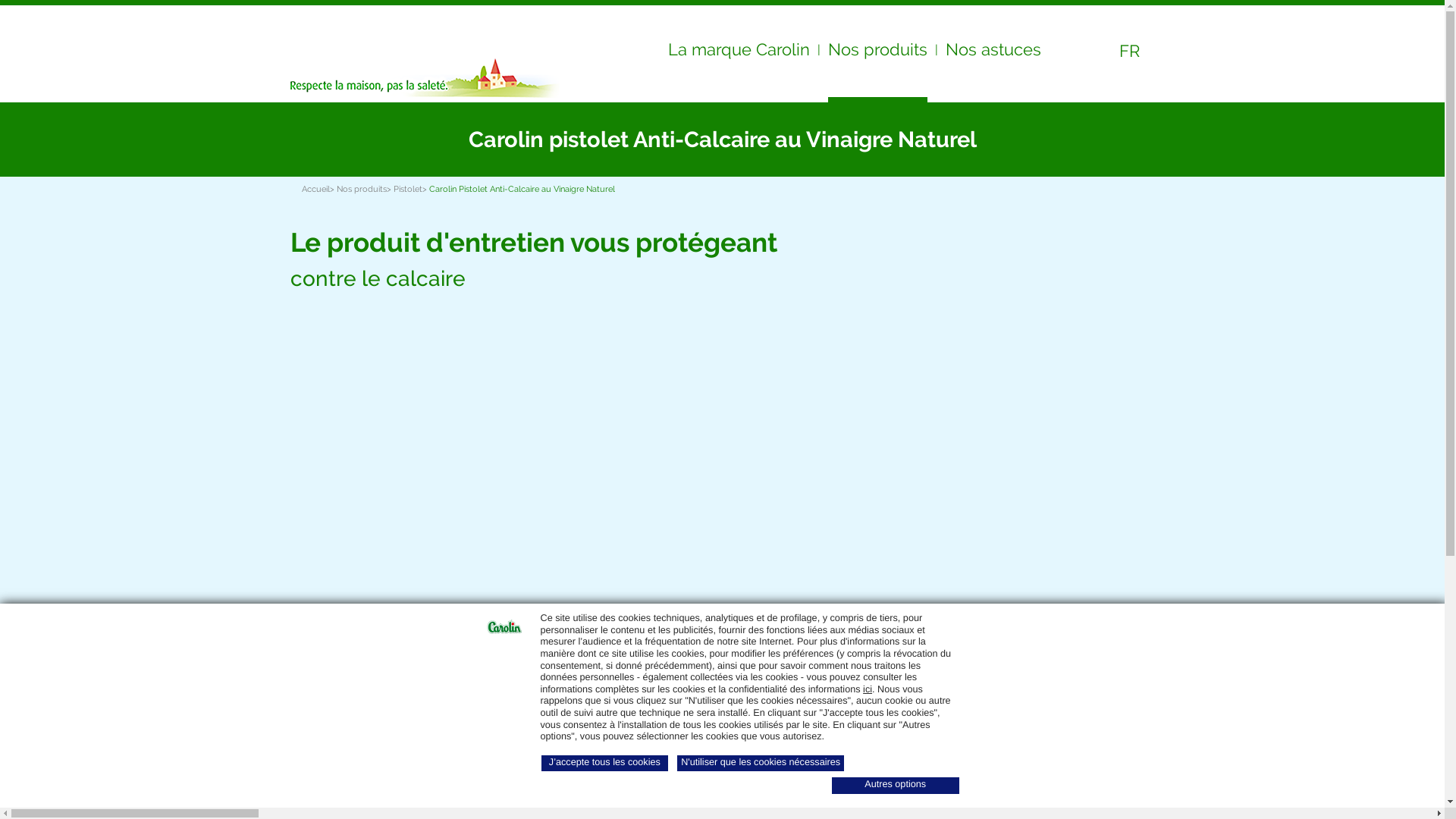 The height and width of the screenshot is (819, 1456). What do you see at coordinates (315, 188) in the screenshot?
I see `'Accueil'` at bounding box center [315, 188].